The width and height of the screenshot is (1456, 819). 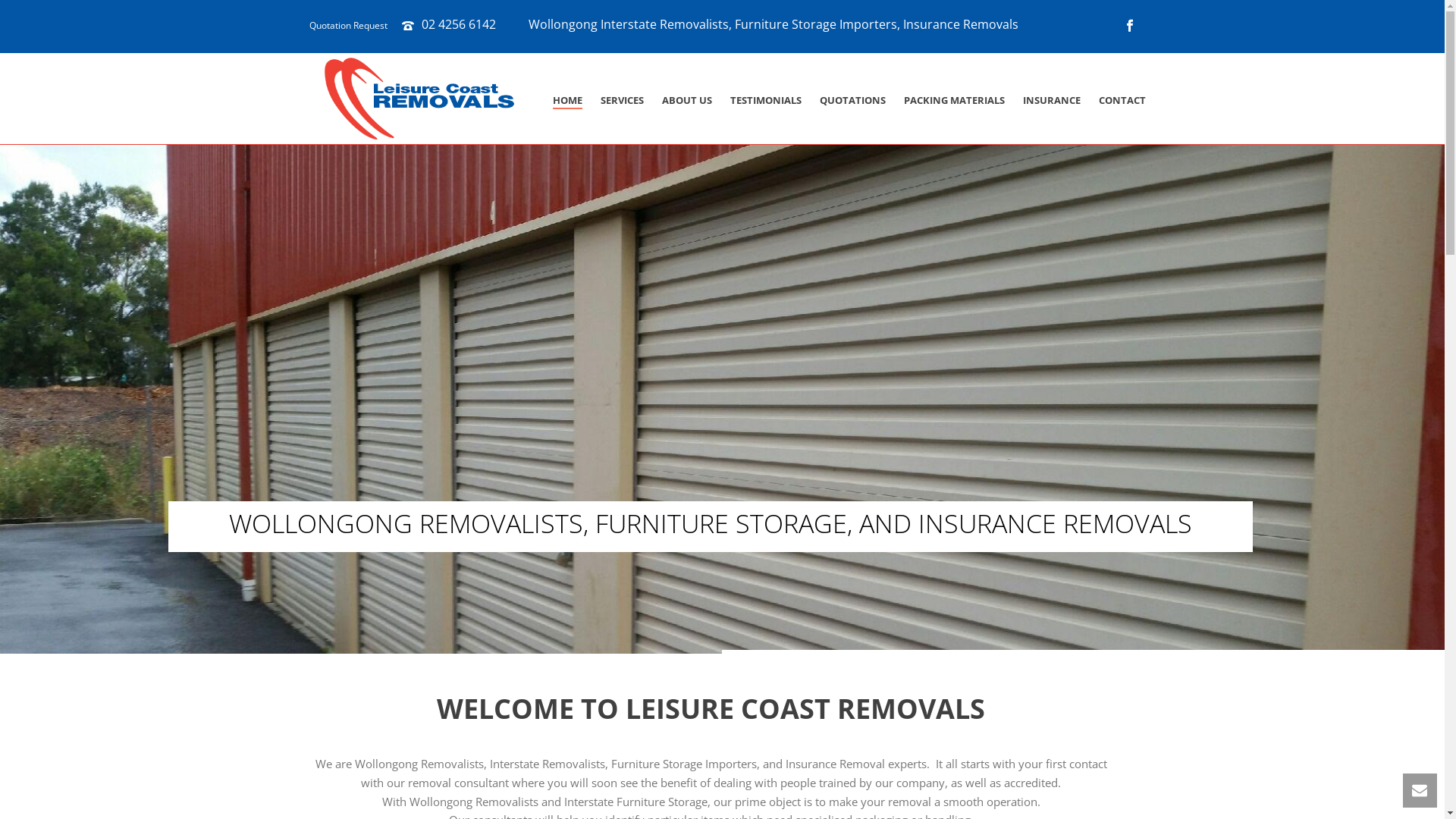 What do you see at coordinates (1121, 99) in the screenshot?
I see `'CONTACT'` at bounding box center [1121, 99].